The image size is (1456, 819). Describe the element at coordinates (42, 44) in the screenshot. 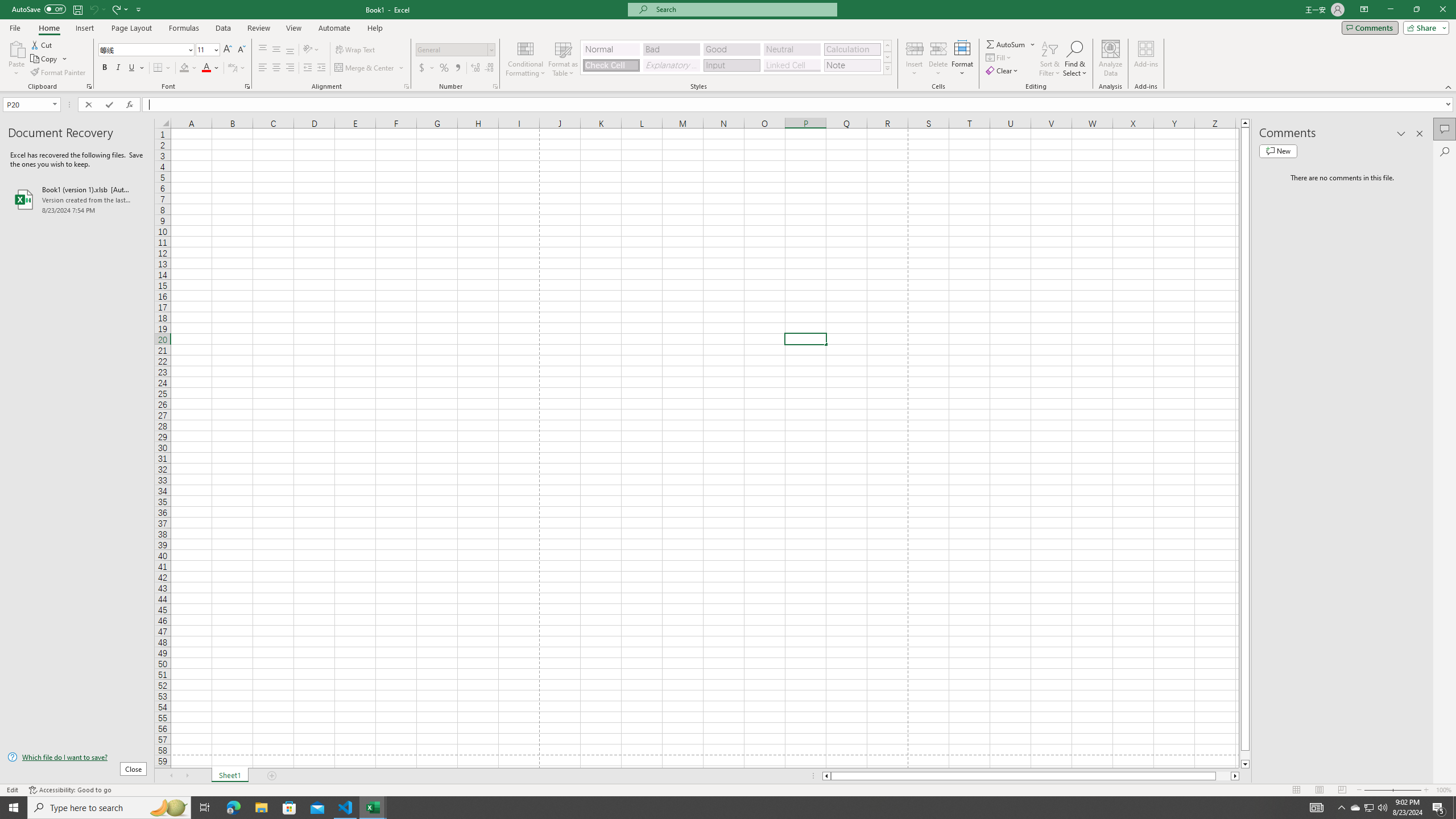

I see `'Cut'` at that location.